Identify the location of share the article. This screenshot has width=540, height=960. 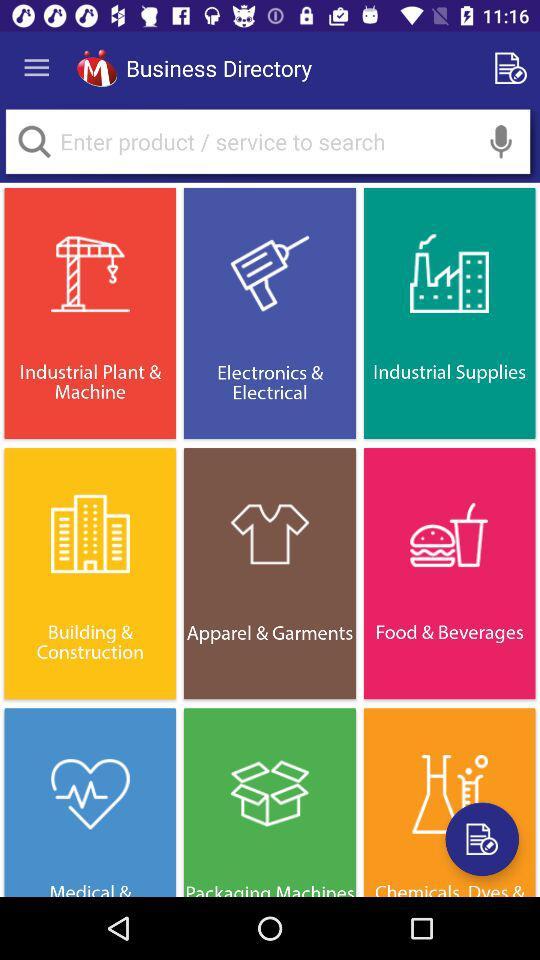
(481, 839).